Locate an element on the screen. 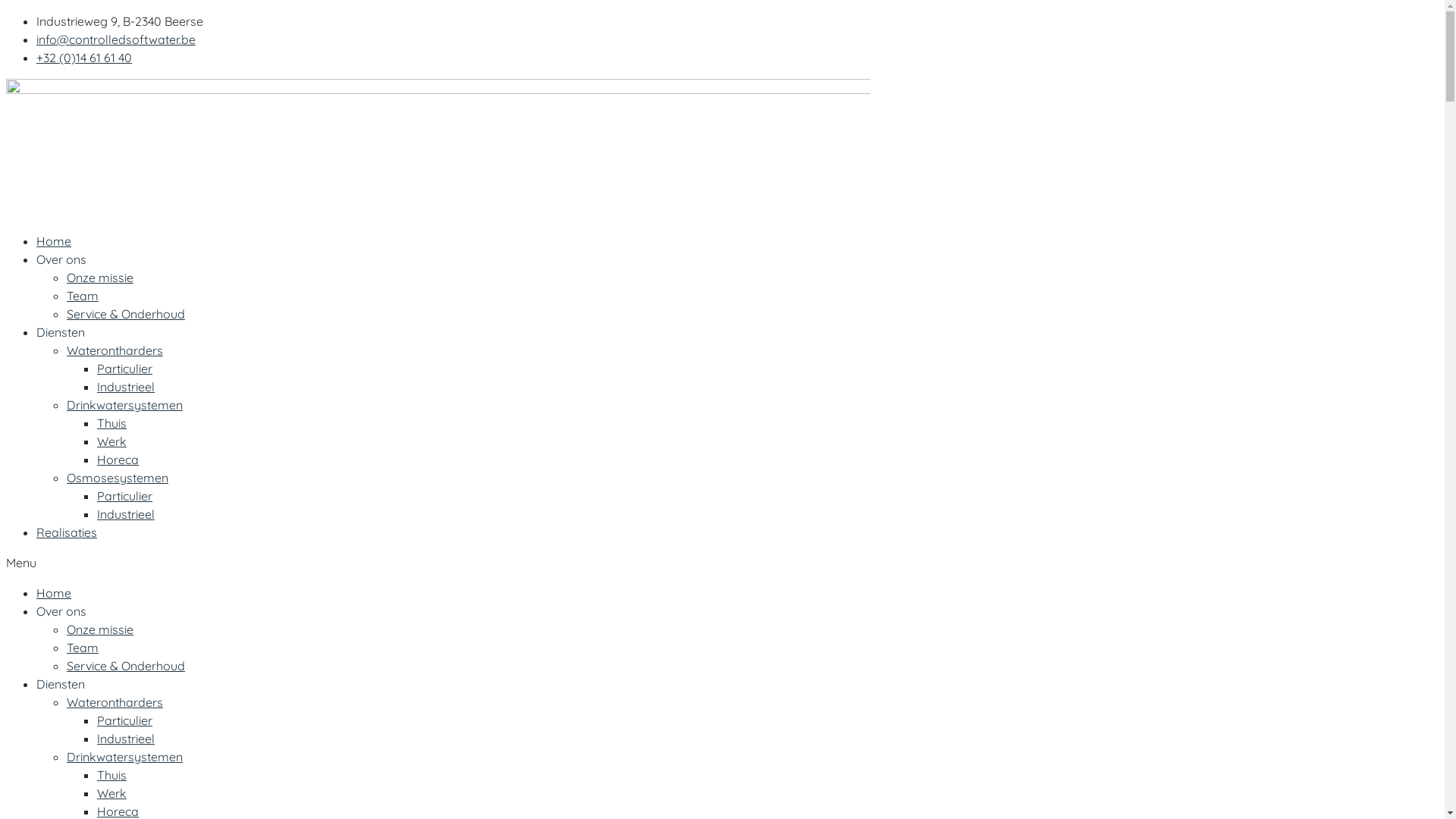 The width and height of the screenshot is (1456, 819). 'Realisaties' is located at coordinates (65, 532).